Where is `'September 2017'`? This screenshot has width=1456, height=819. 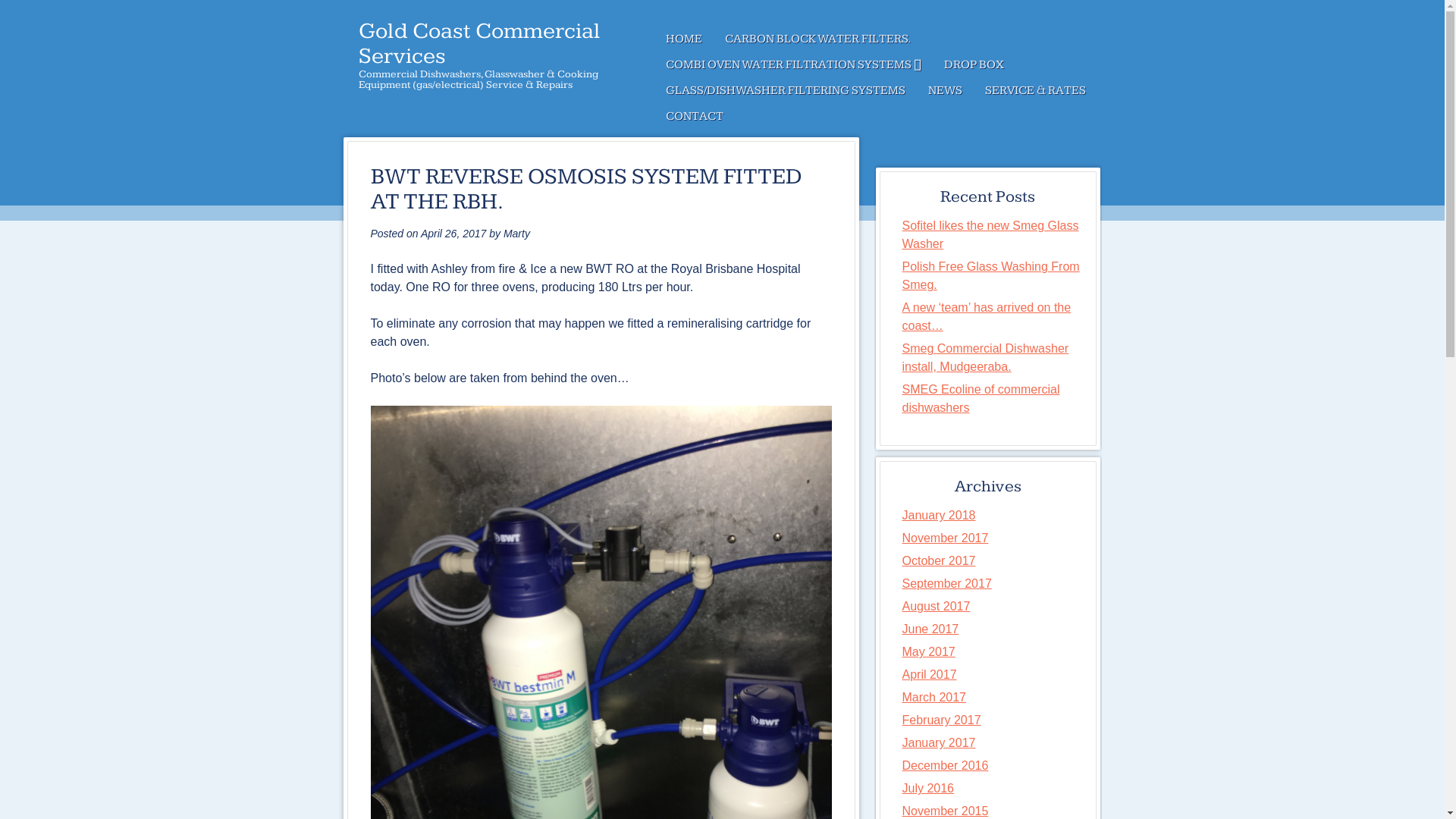
'September 2017' is located at coordinates (946, 582).